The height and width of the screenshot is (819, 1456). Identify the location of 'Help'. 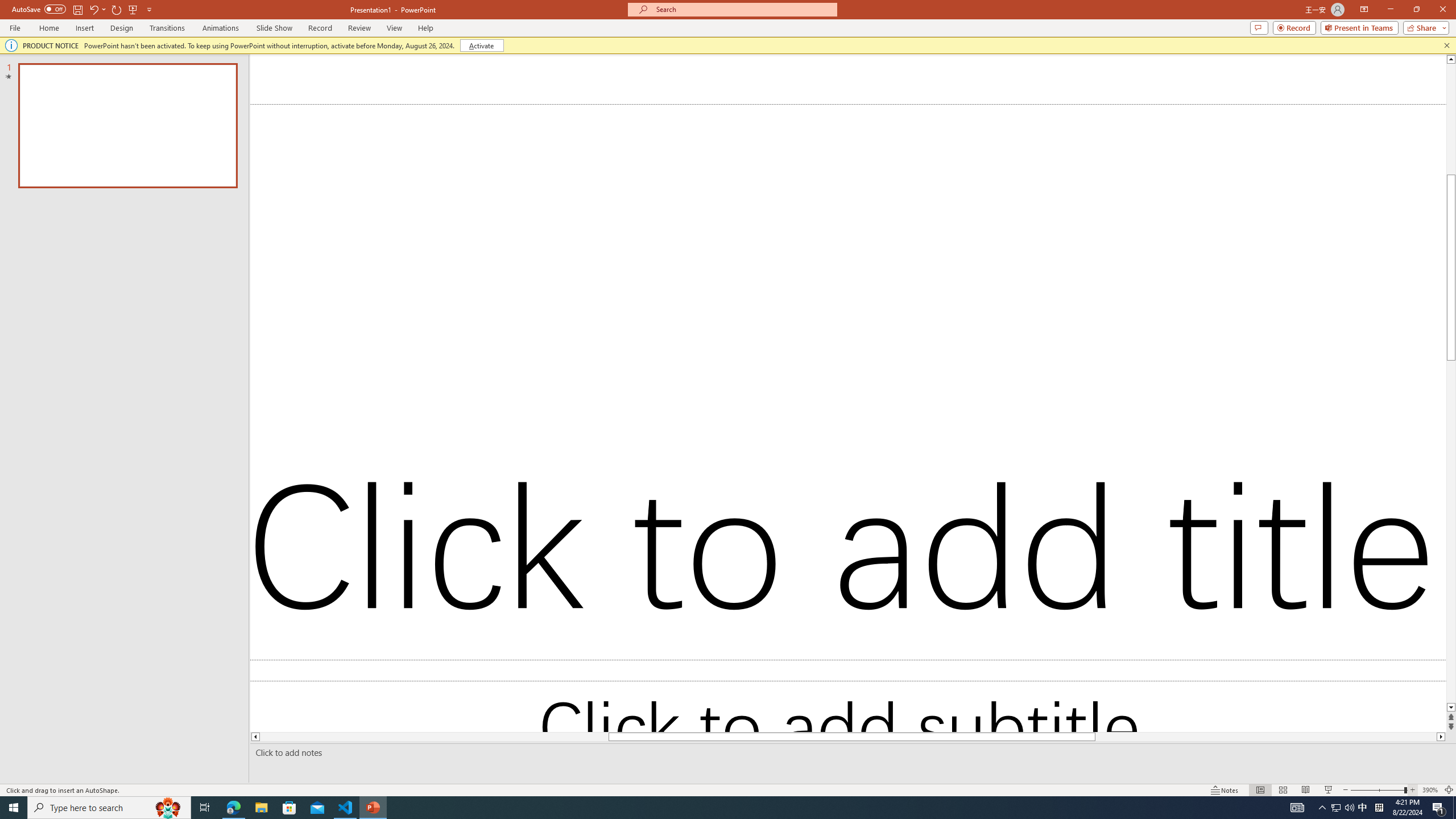
(425, 28).